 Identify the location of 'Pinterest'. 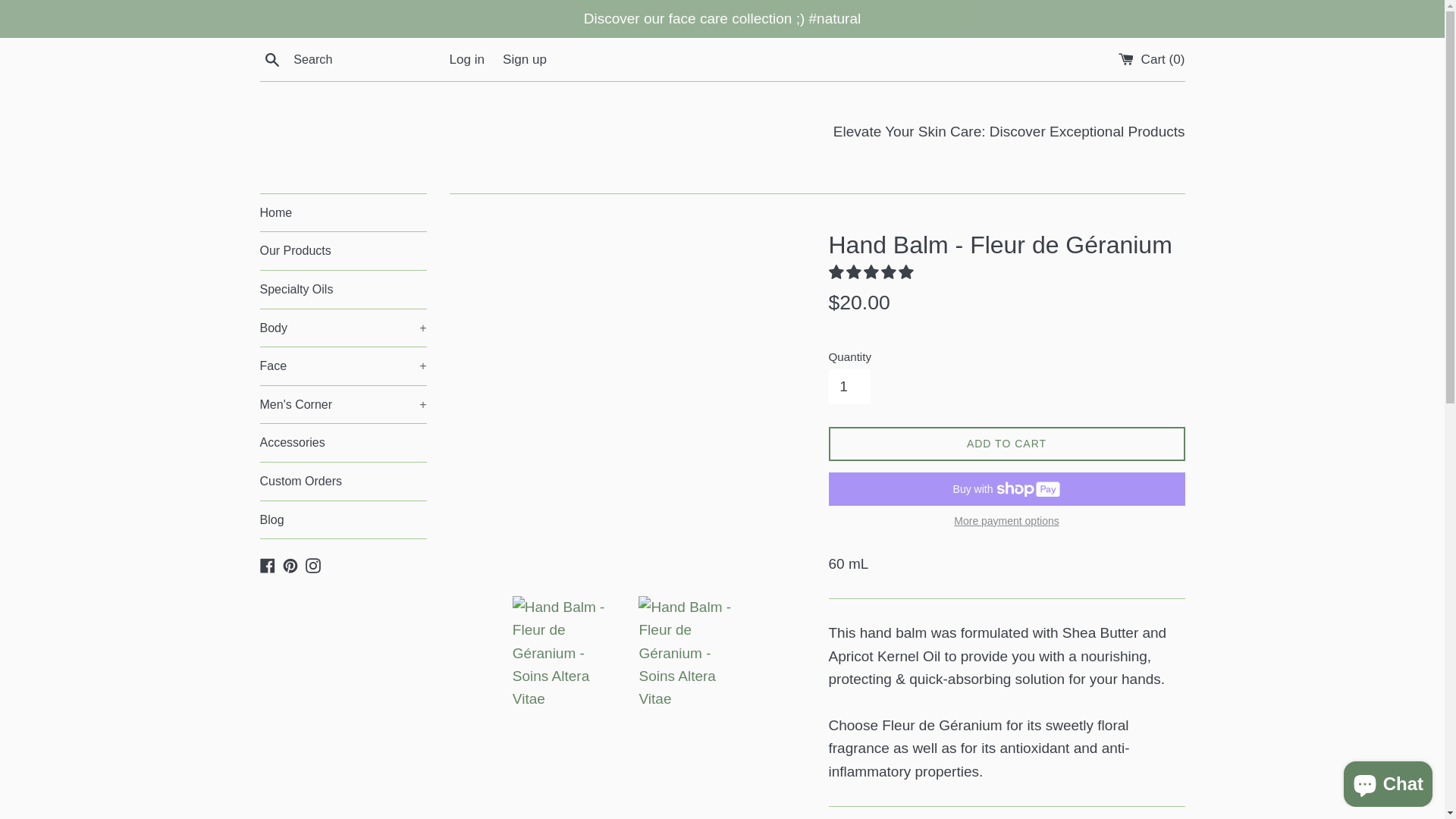
(290, 564).